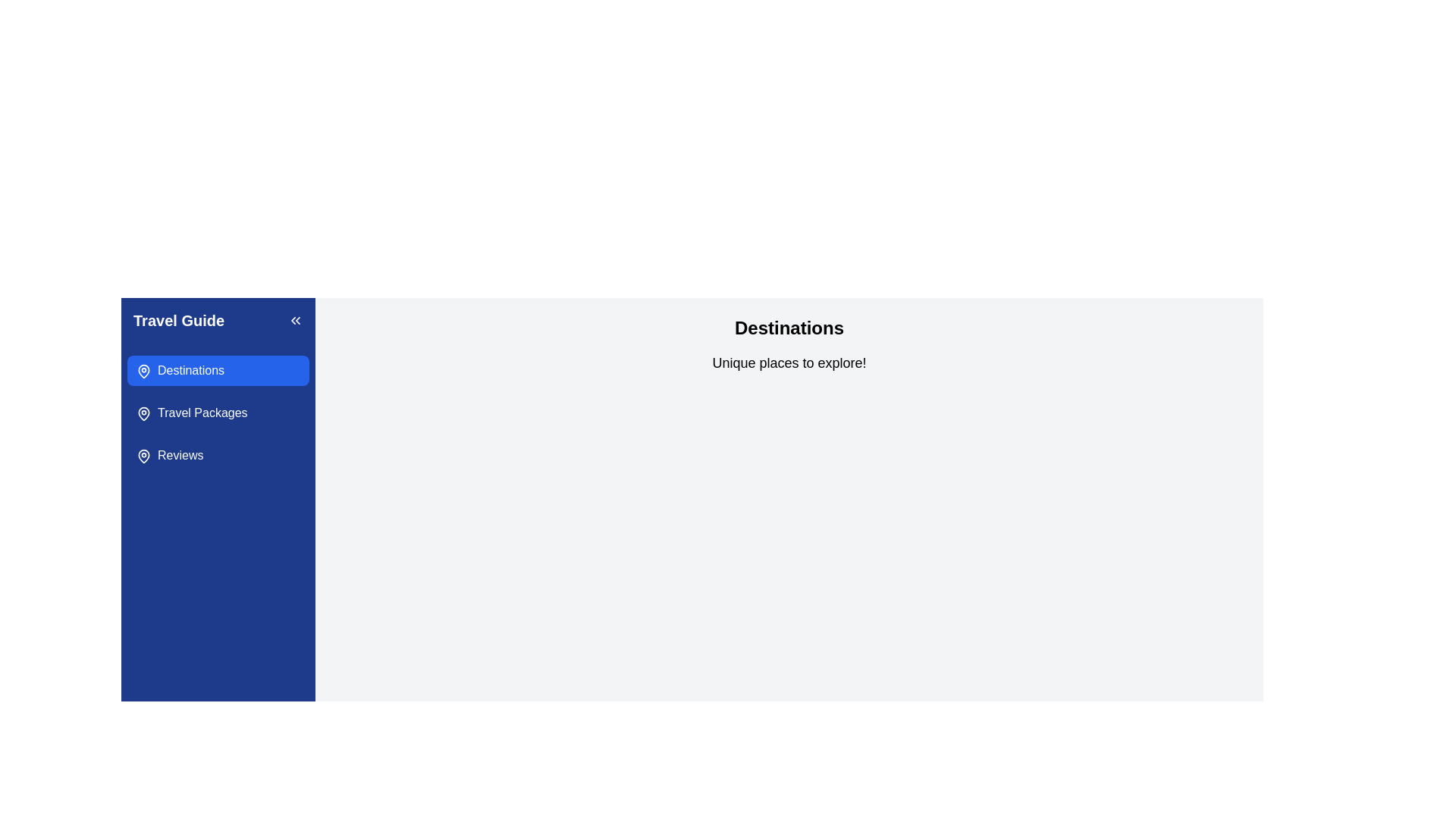  What do you see at coordinates (218, 413) in the screenshot?
I see `the 'Travel Packages' button, which is a horizontally elongated button with a white label and a blue background located between the 'Destinations' and 'Reviews' options in the navigation list` at bounding box center [218, 413].